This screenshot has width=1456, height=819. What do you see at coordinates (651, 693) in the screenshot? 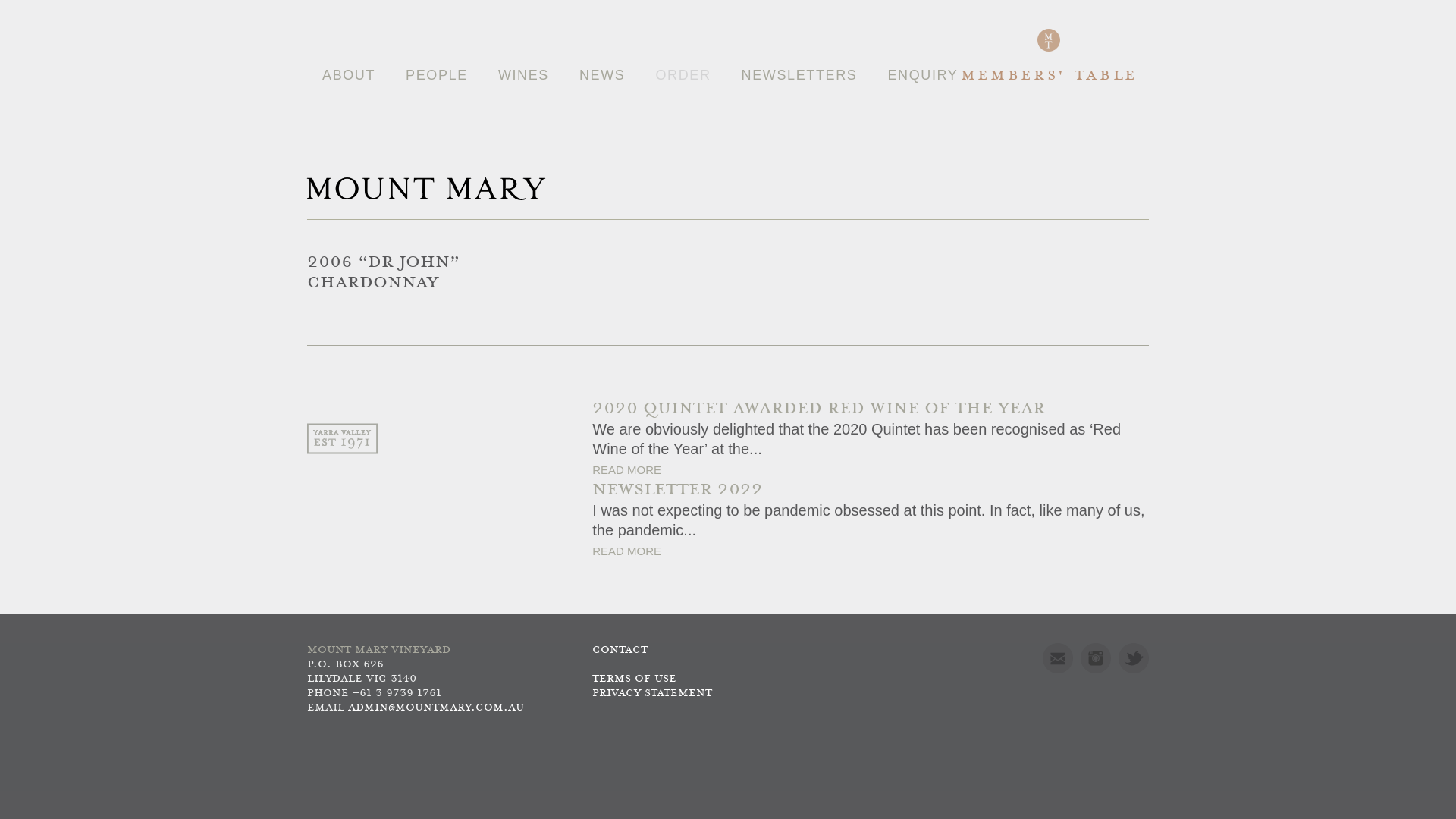
I see `'PRIVACY STATEMENT'` at bounding box center [651, 693].